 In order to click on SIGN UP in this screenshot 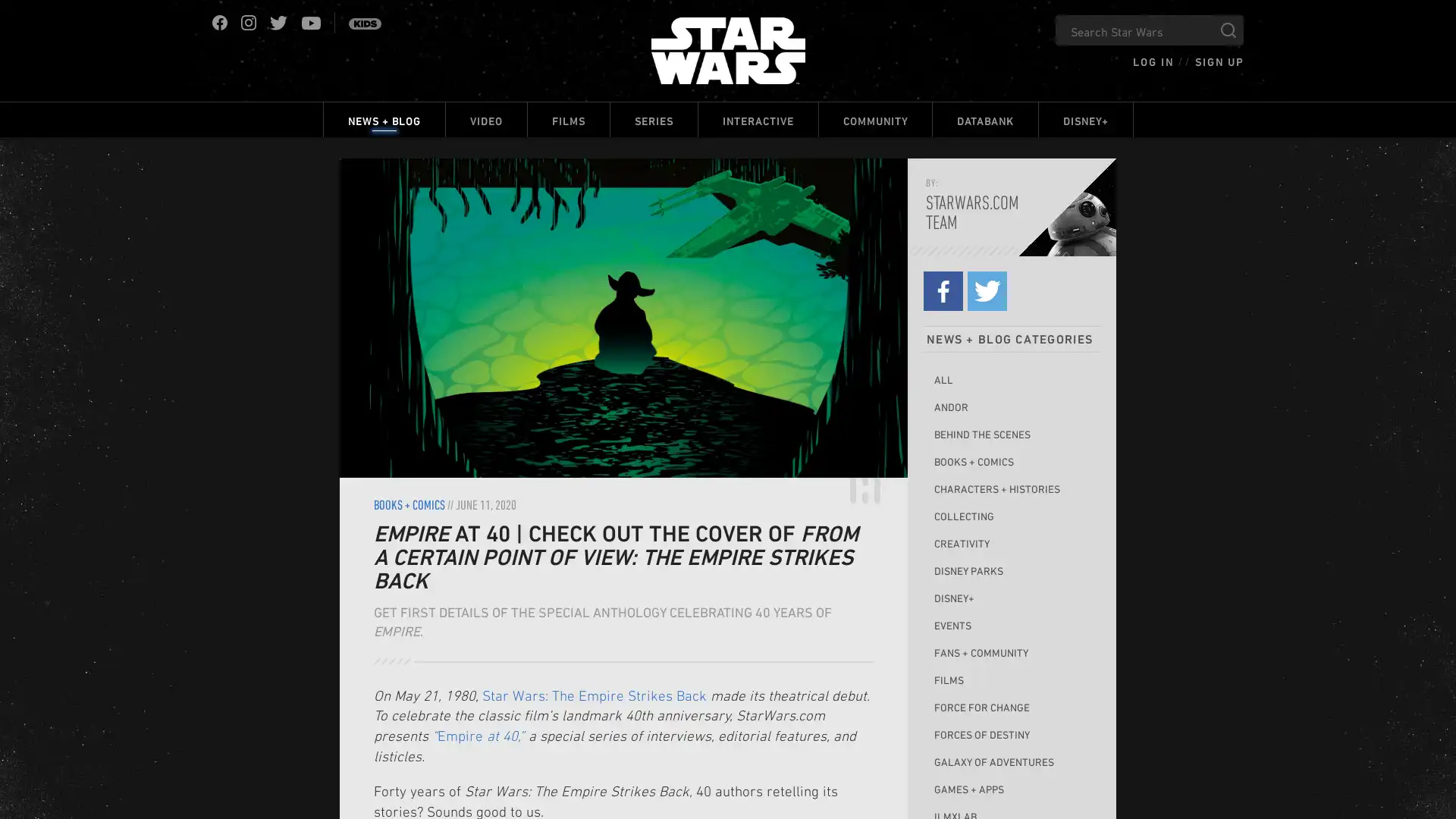, I will do `click(1219, 61)`.